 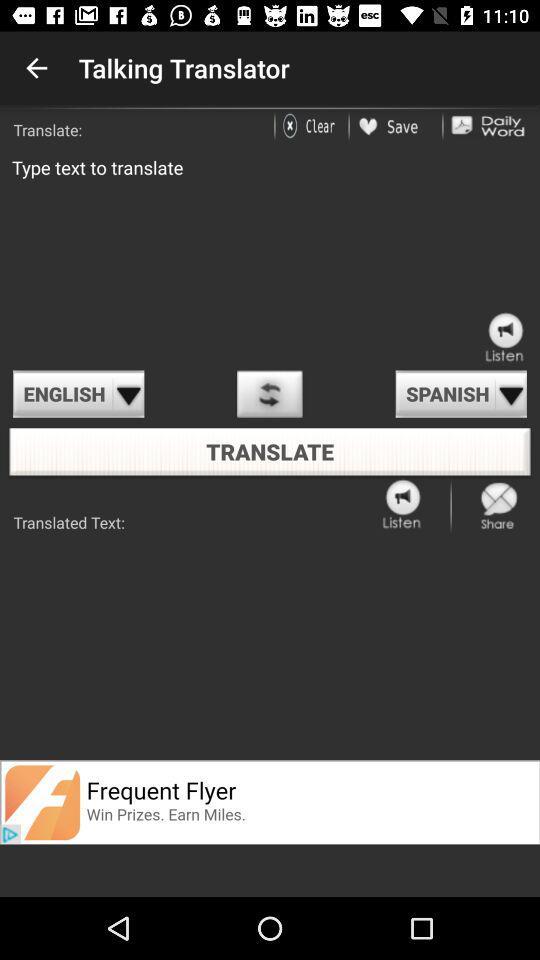 What do you see at coordinates (269, 393) in the screenshot?
I see `click reload` at bounding box center [269, 393].